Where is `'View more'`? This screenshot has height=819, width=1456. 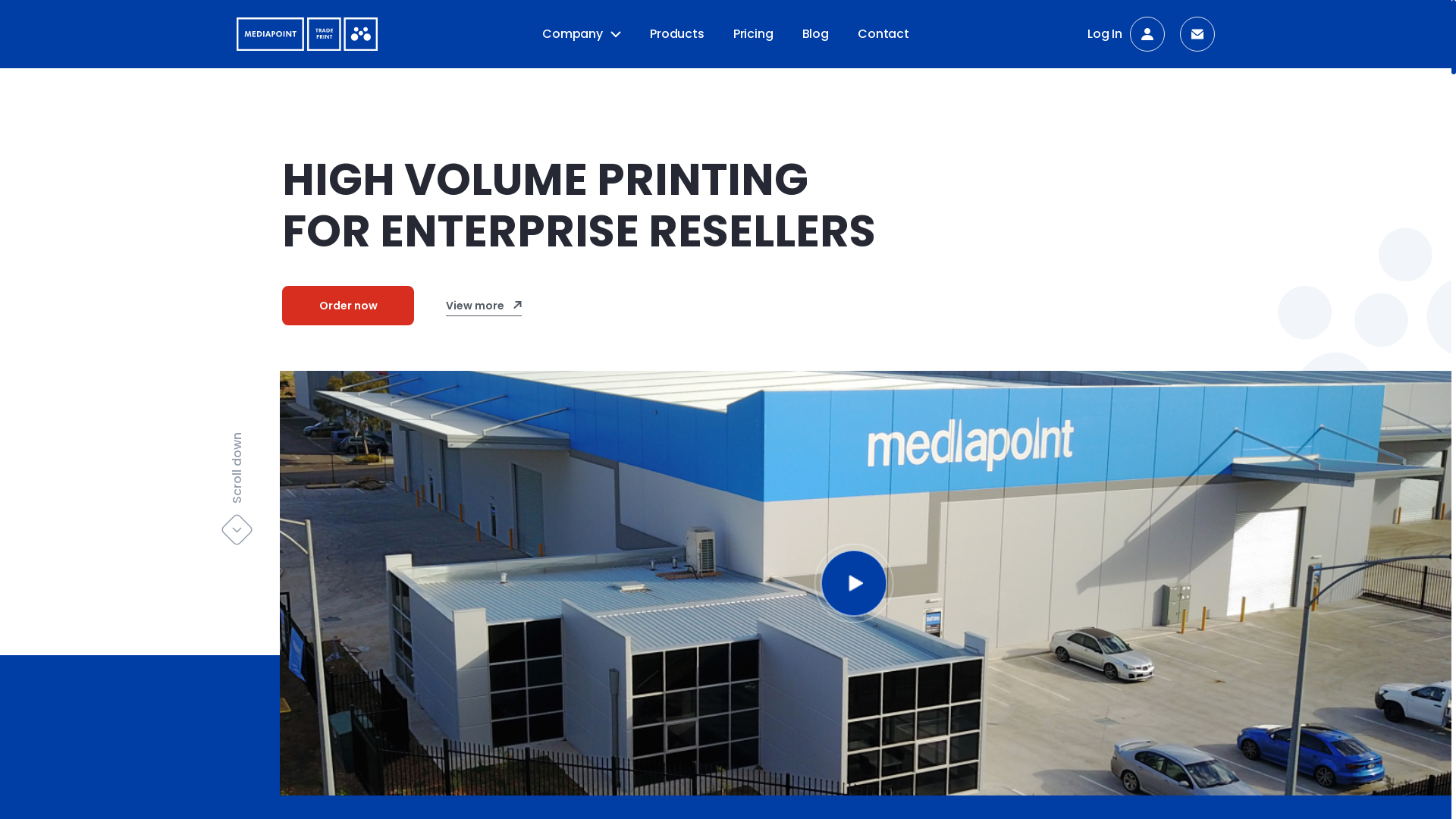 'View more' is located at coordinates (483, 306).